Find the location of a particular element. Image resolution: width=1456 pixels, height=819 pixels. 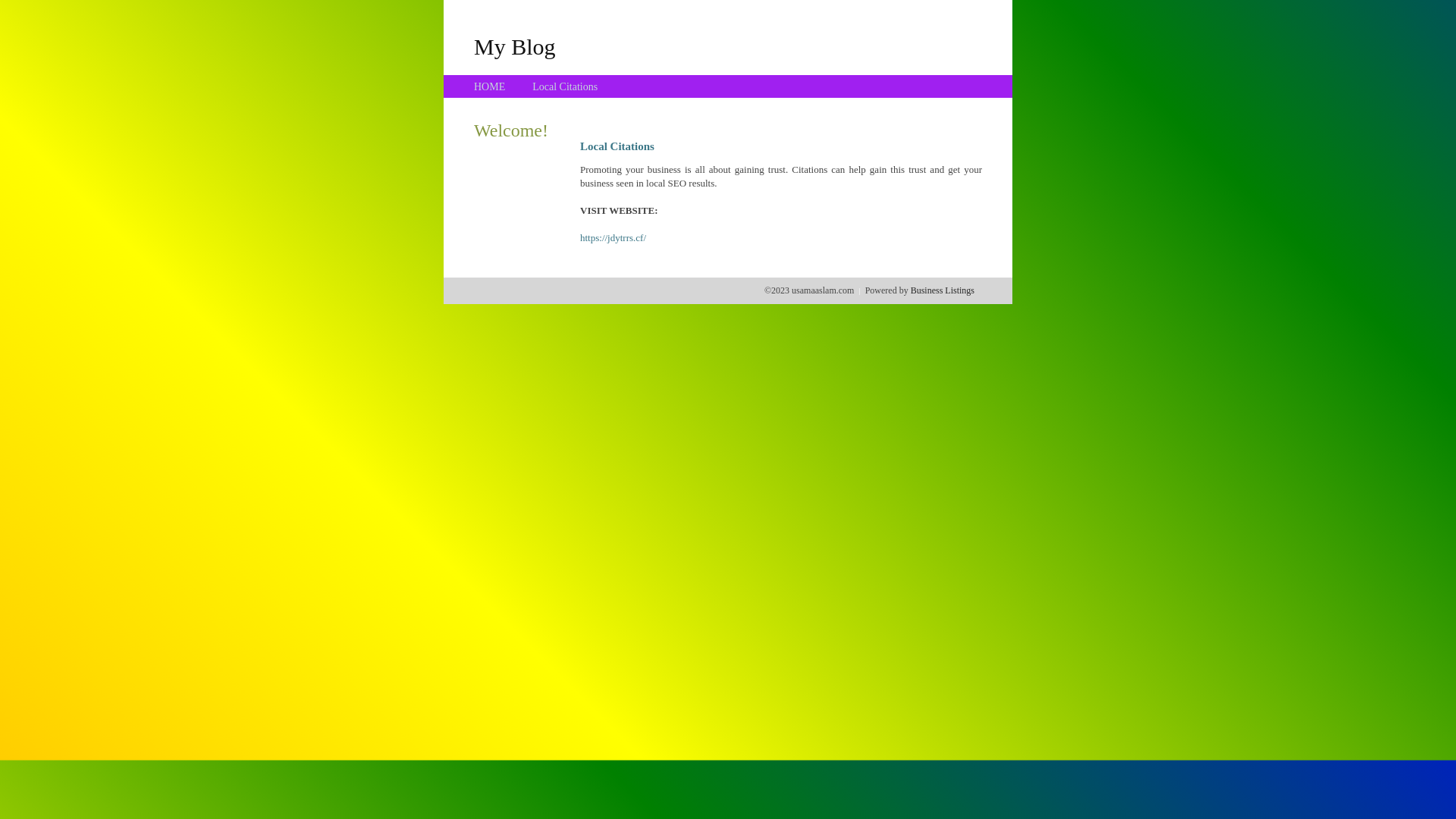

'Business Listings' is located at coordinates (942, 290).